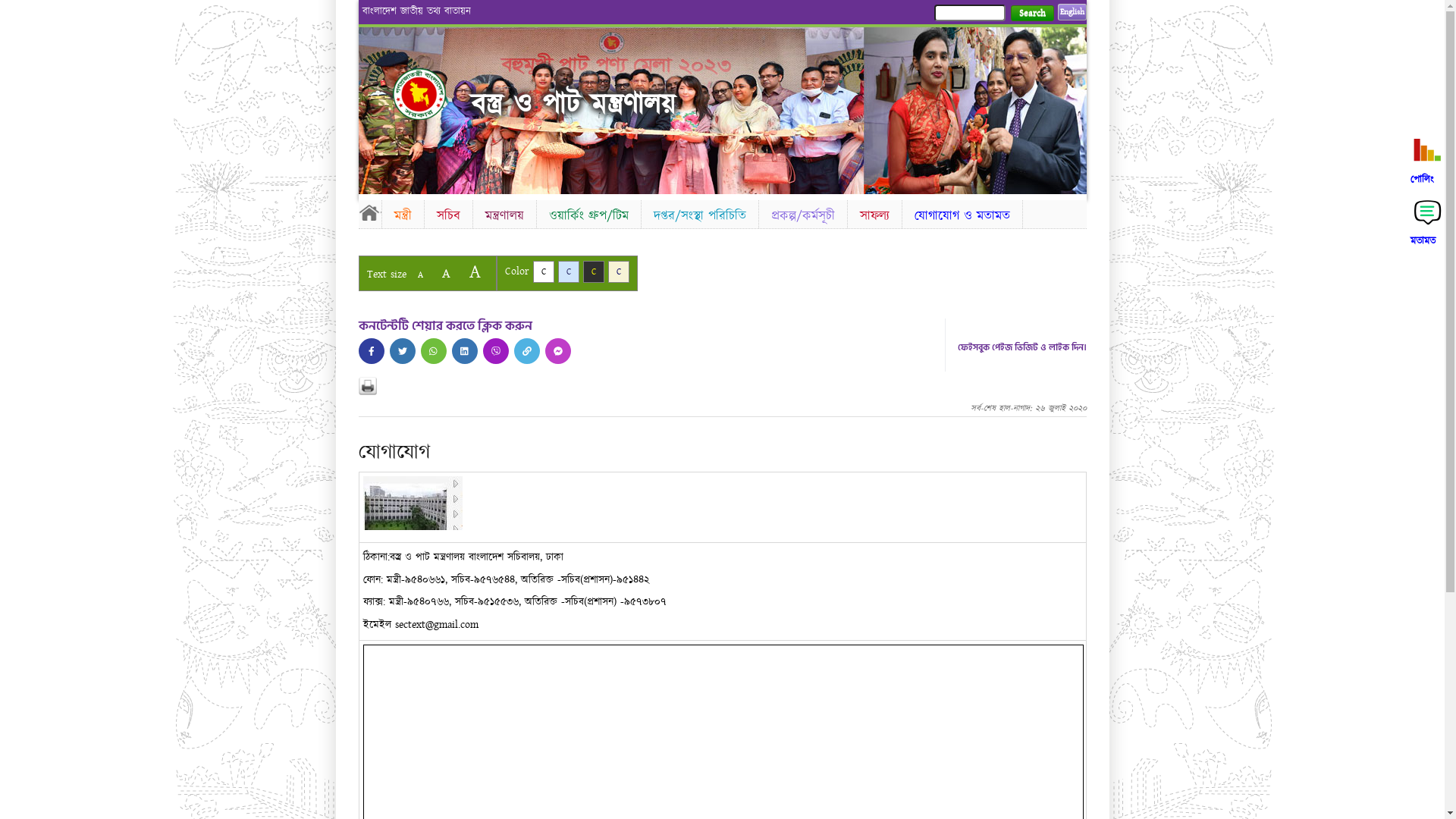 The height and width of the screenshot is (819, 1456). What do you see at coordinates (444, 273) in the screenshot?
I see `'A'` at bounding box center [444, 273].